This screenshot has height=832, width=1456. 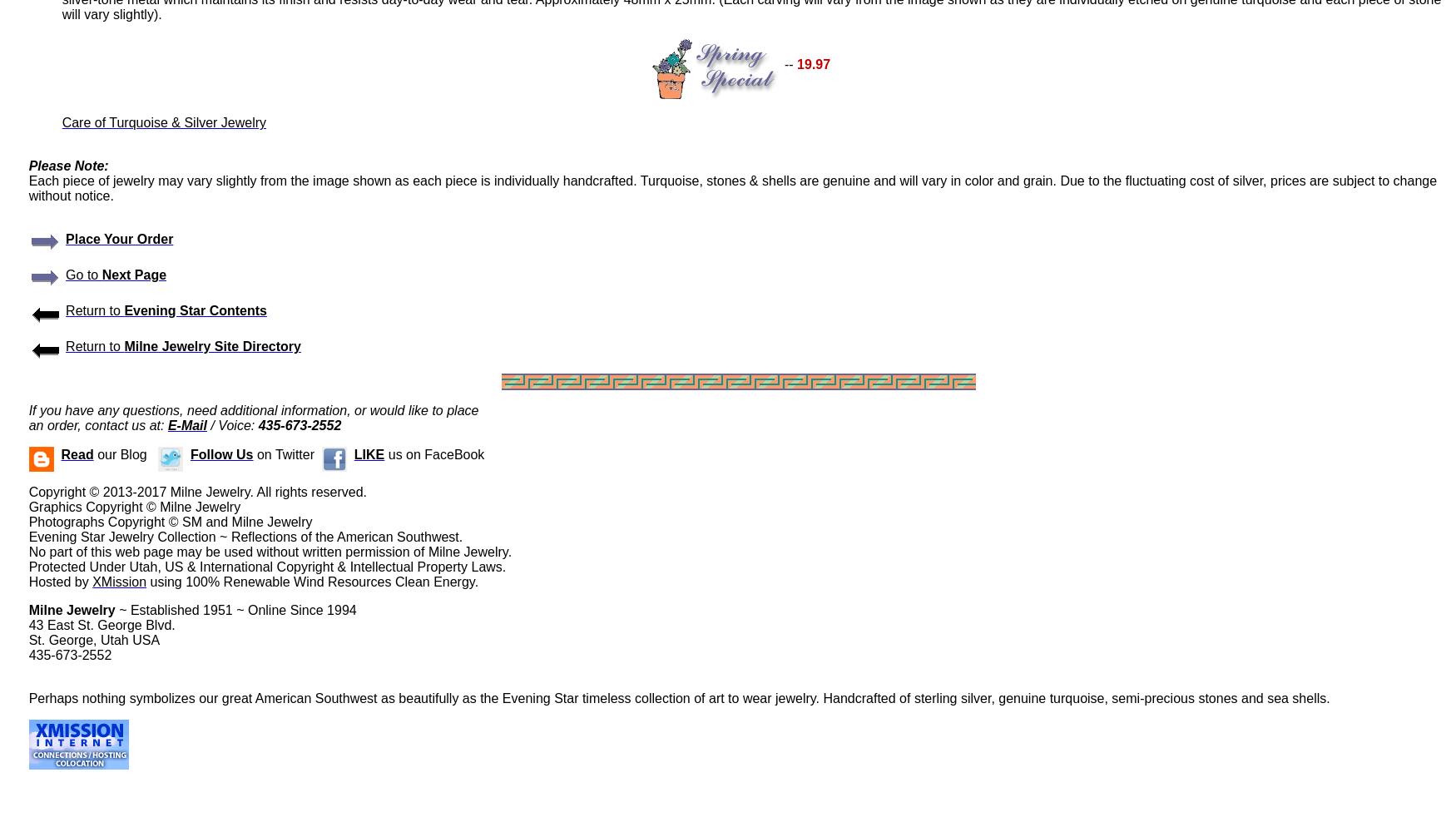 What do you see at coordinates (788, 63) in the screenshot?
I see `'--'` at bounding box center [788, 63].